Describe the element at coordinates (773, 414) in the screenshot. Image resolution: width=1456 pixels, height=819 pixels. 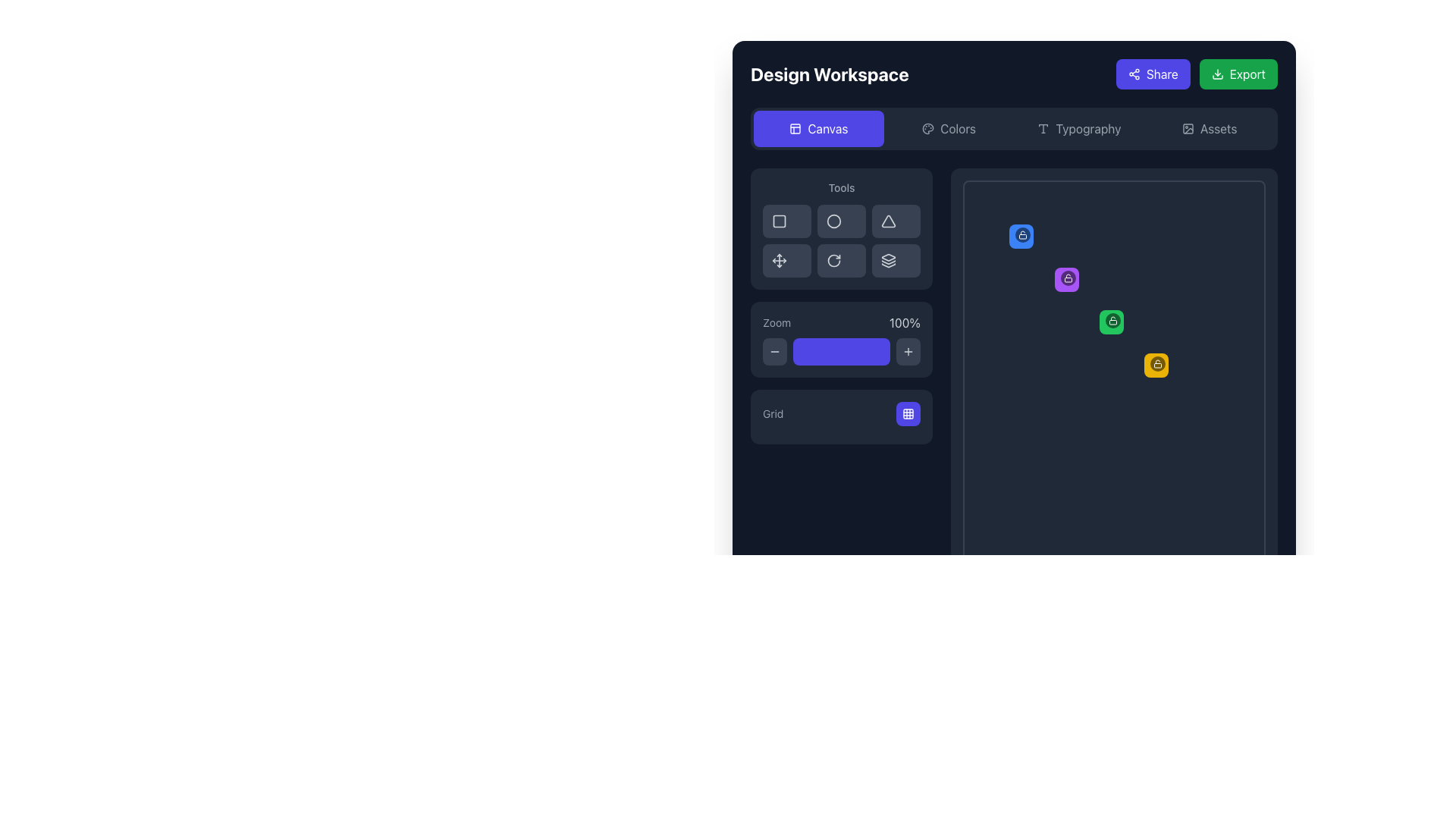
I see `the label indicating the function or state associated with the grid layout selection, located to the left of the selectable grid view button in the zoom control section` at that location.